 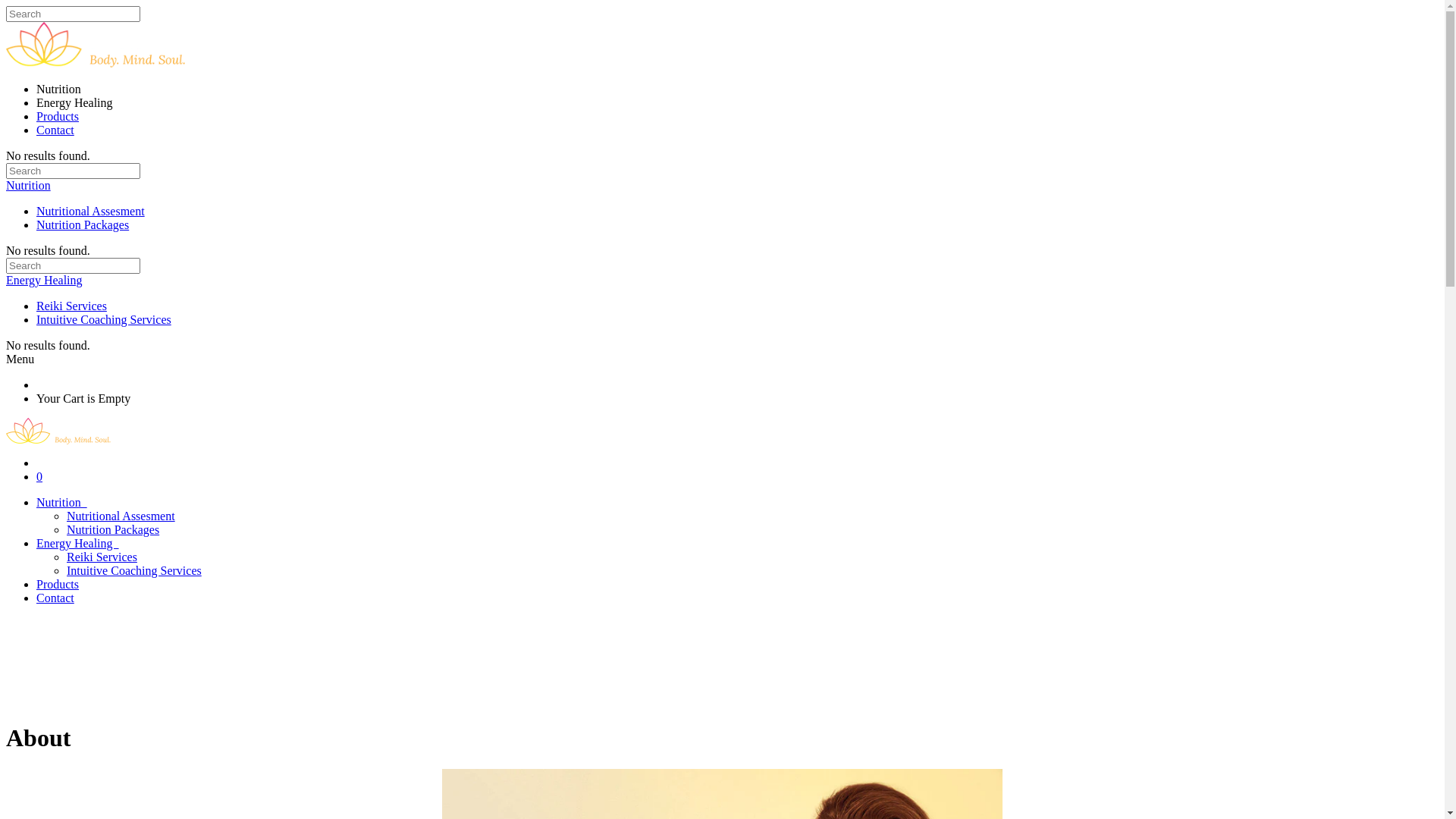 What do you see at coordinates (65, 570) in the screenshot?
I see `'Intuitive Coaching Services'` at bounding box center [65, 570].